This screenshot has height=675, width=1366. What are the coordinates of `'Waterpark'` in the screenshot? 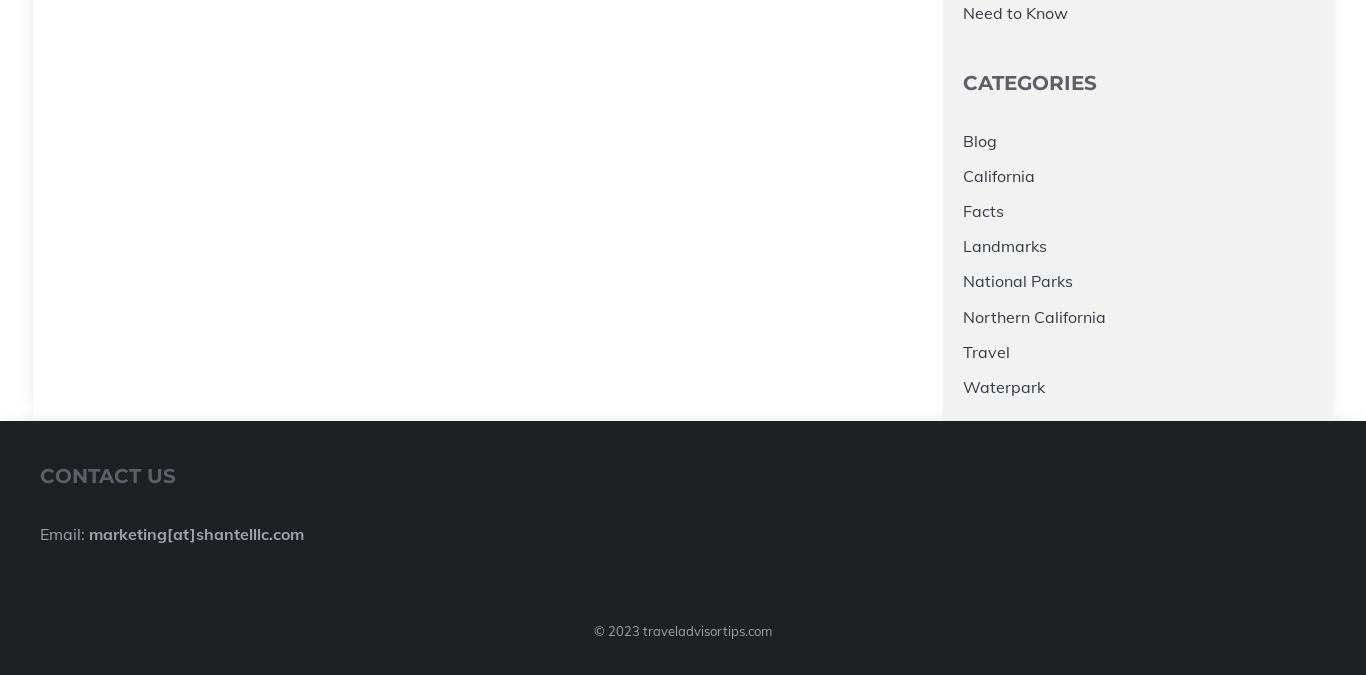 It's located at (1004, 386).